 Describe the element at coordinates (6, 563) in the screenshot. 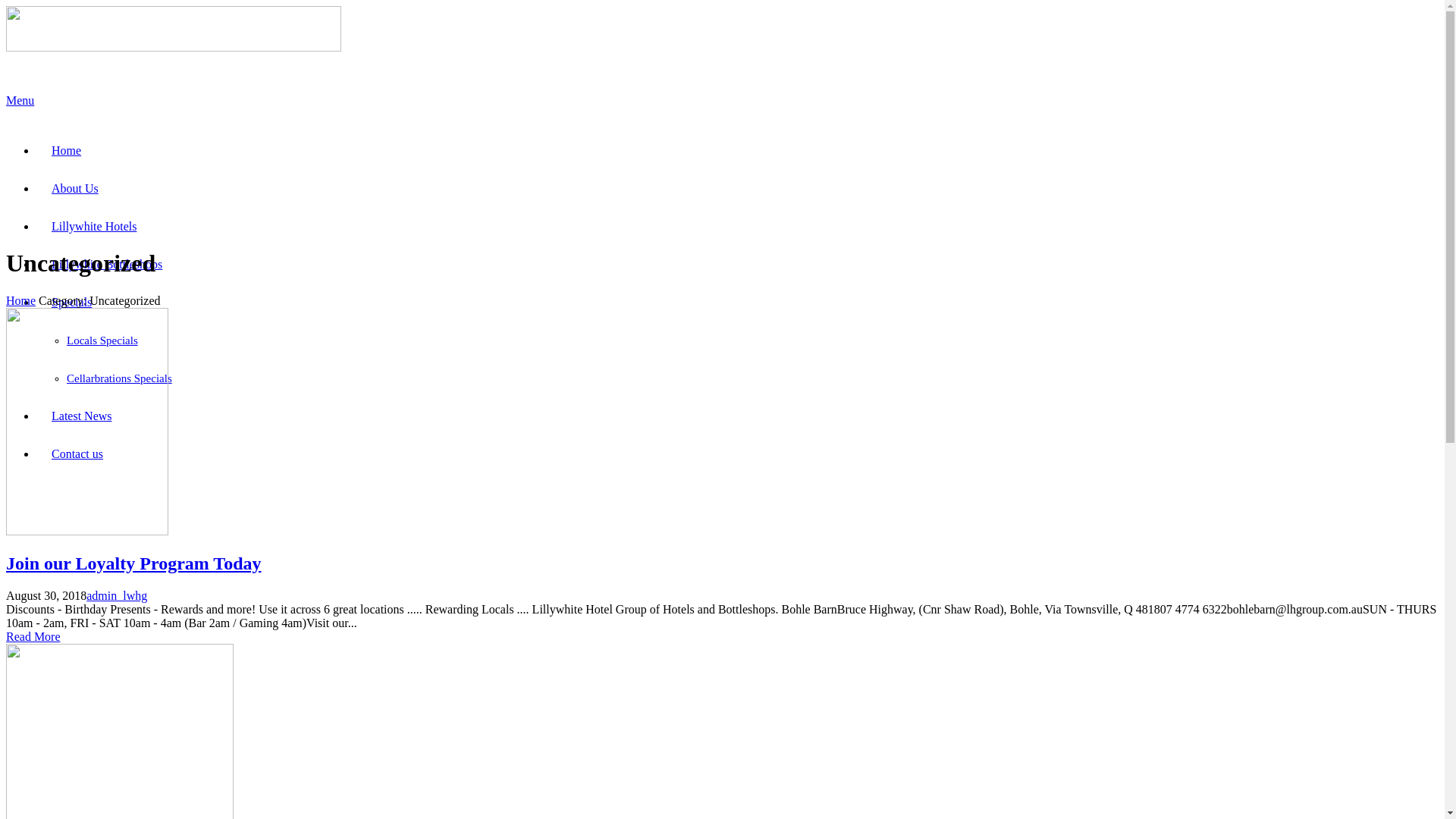

I see `'Join our Loyalty Program Today'` at that location.